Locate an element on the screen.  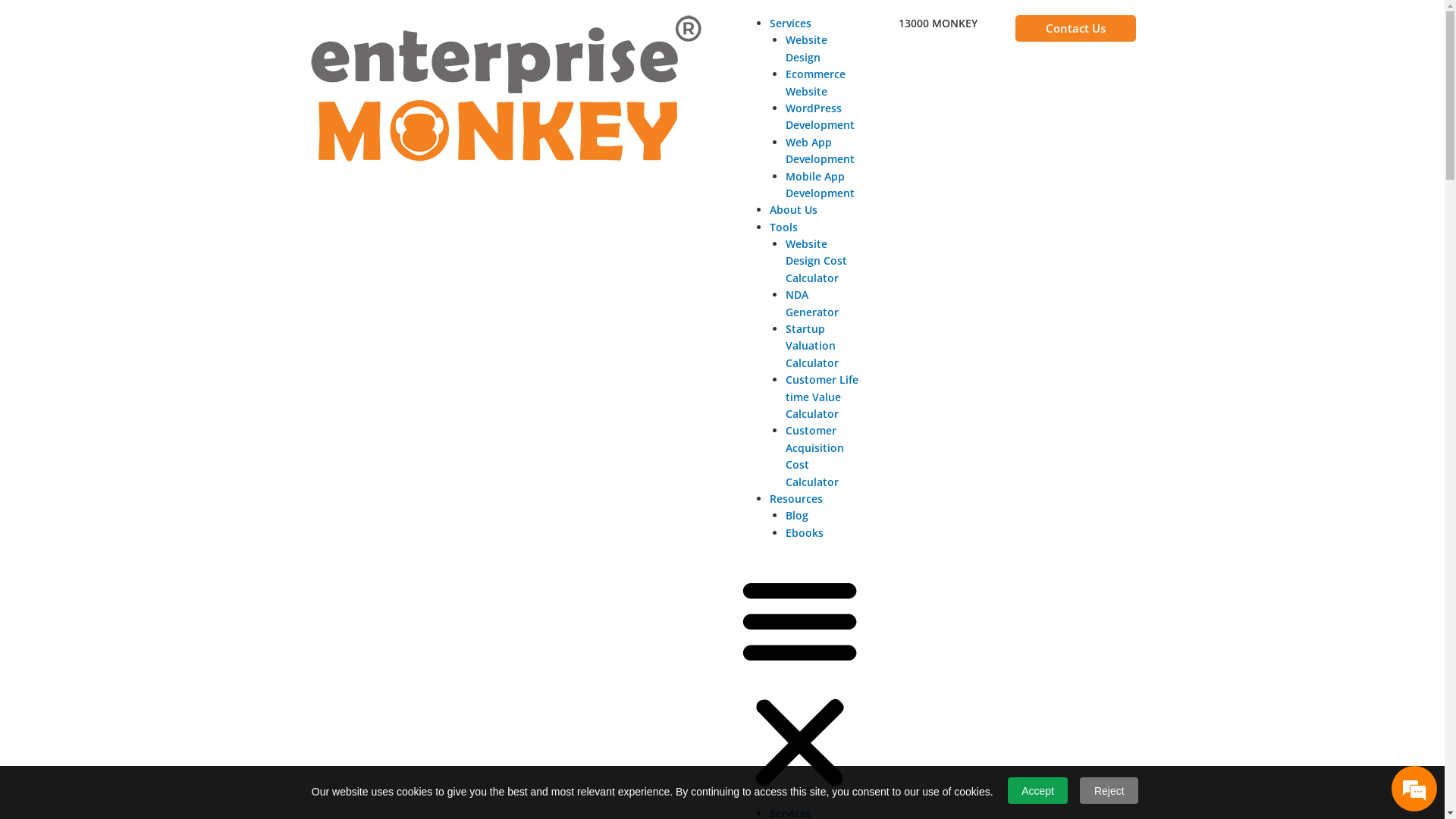
'Website Design Cost Calculator' is located at coordinates (815, 259).